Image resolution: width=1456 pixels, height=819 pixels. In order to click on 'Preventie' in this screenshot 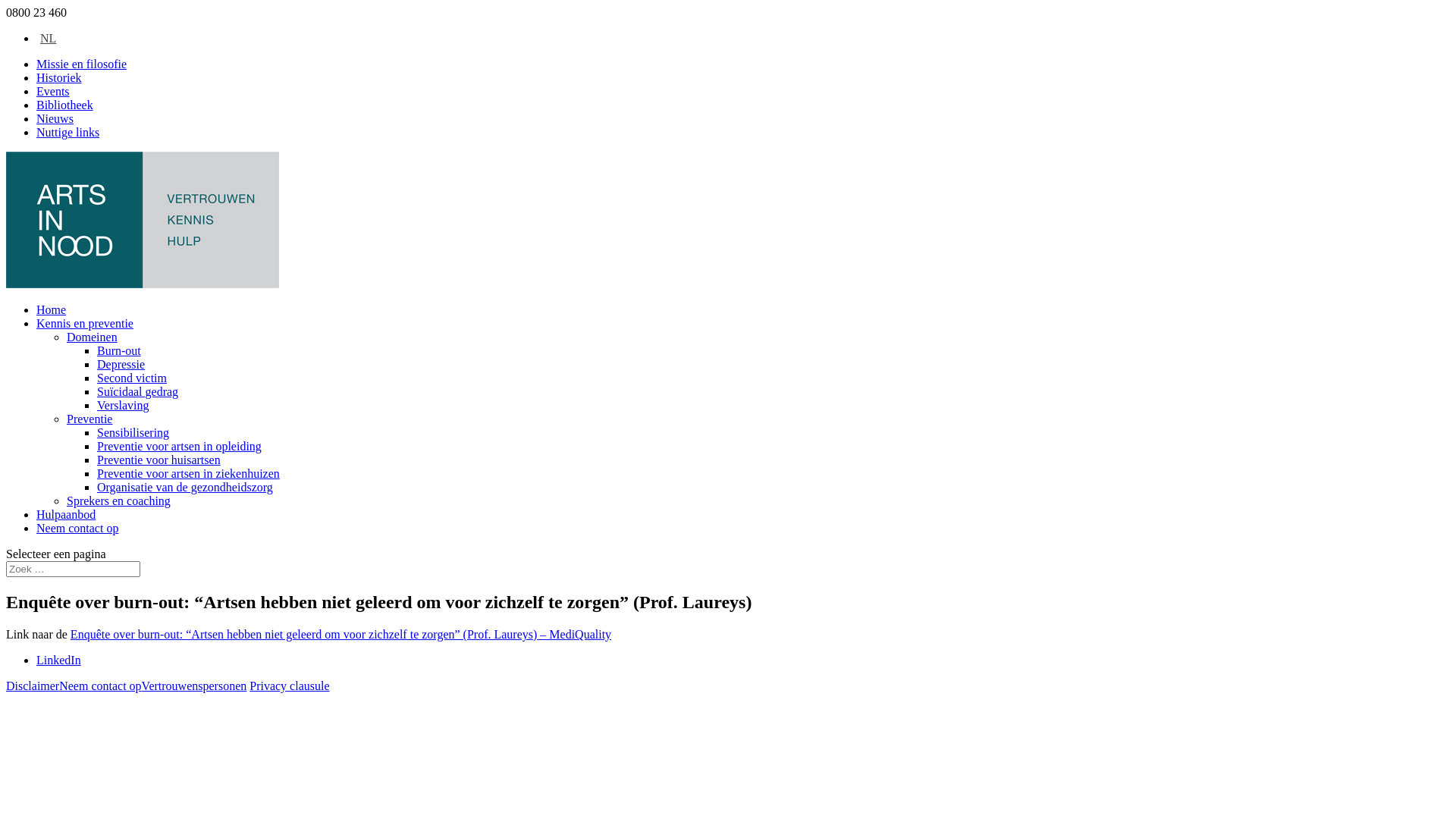, I will do `click(65, 419)`.